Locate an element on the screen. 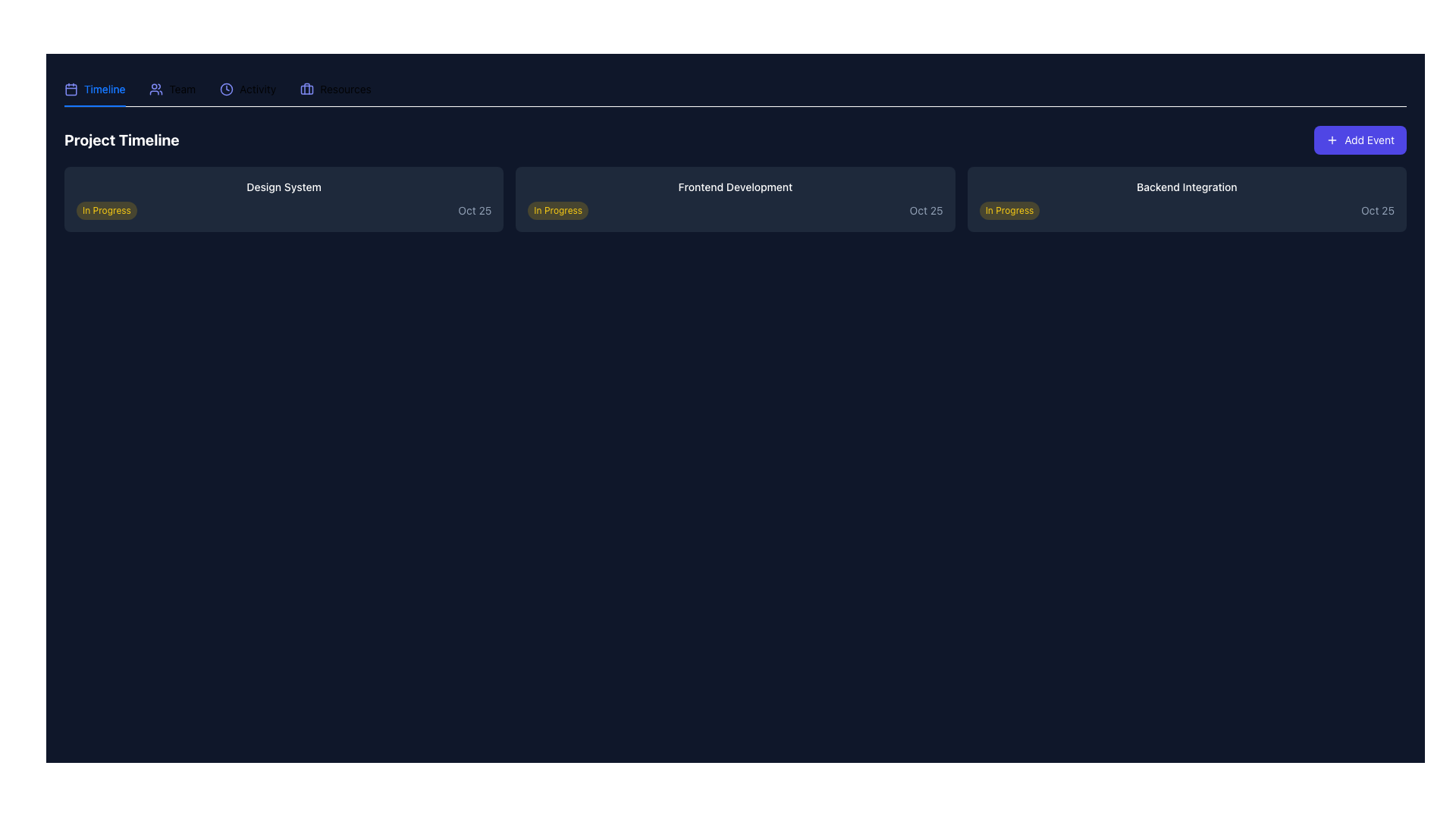  the 'Resources' Tab button in the top navigation bar is located at coordinates (335, 89).